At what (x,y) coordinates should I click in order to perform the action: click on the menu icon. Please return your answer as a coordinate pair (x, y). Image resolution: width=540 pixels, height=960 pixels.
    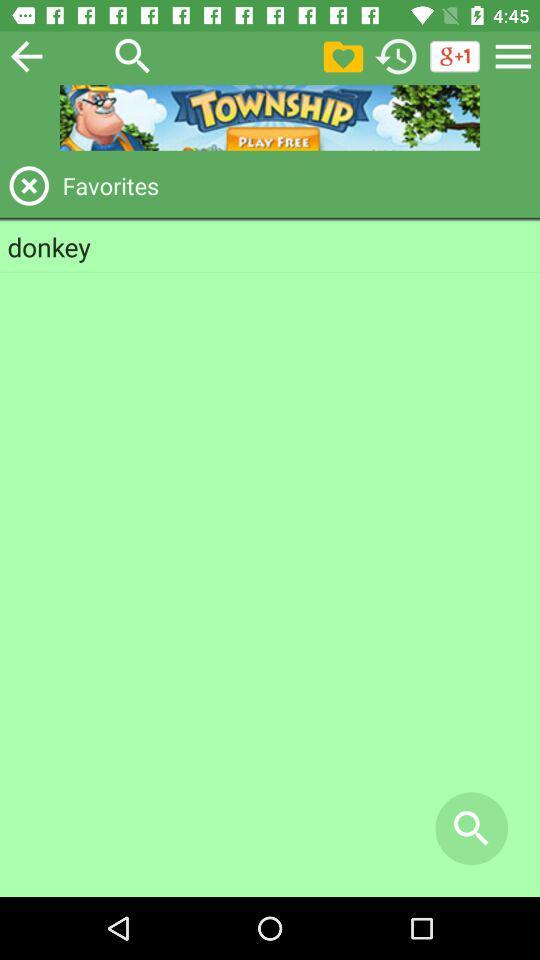
    Looking at the image, I should click on (513, 55).